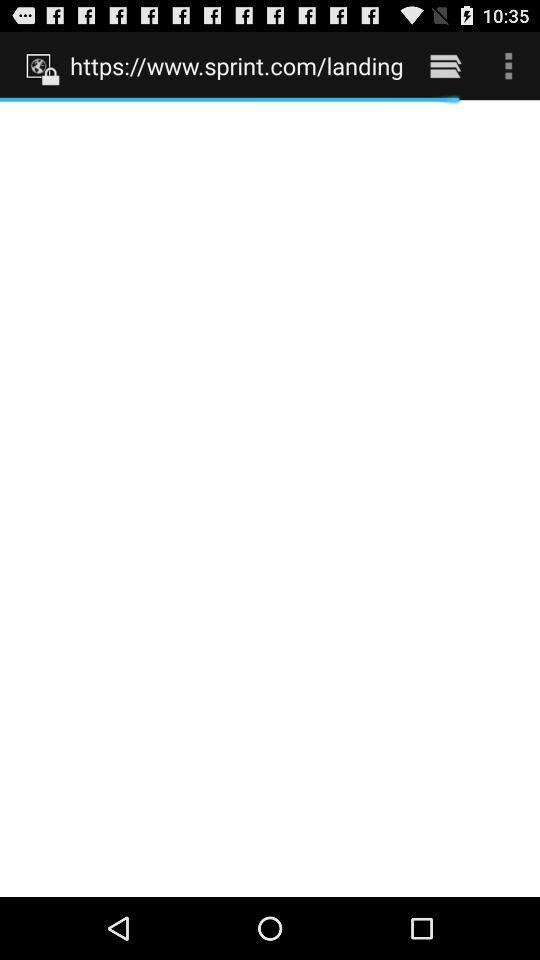  I want to click on https www sprint item, so click(235, 65).